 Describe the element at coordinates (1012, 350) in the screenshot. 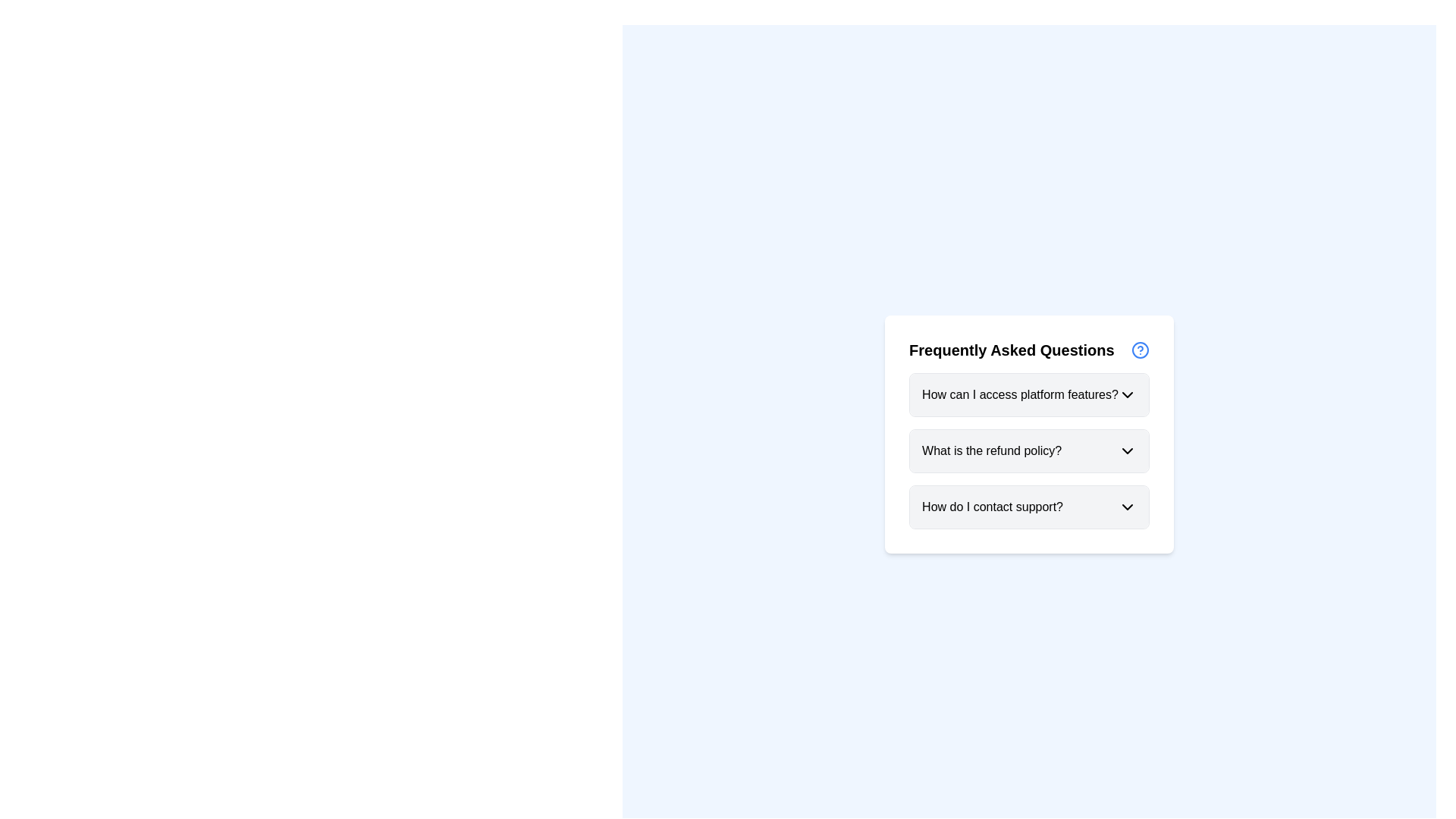

I see `the header text or title label for the Frequently Asked Questions section, which is located at the top of the panel above the collapsible question entries` at that location.